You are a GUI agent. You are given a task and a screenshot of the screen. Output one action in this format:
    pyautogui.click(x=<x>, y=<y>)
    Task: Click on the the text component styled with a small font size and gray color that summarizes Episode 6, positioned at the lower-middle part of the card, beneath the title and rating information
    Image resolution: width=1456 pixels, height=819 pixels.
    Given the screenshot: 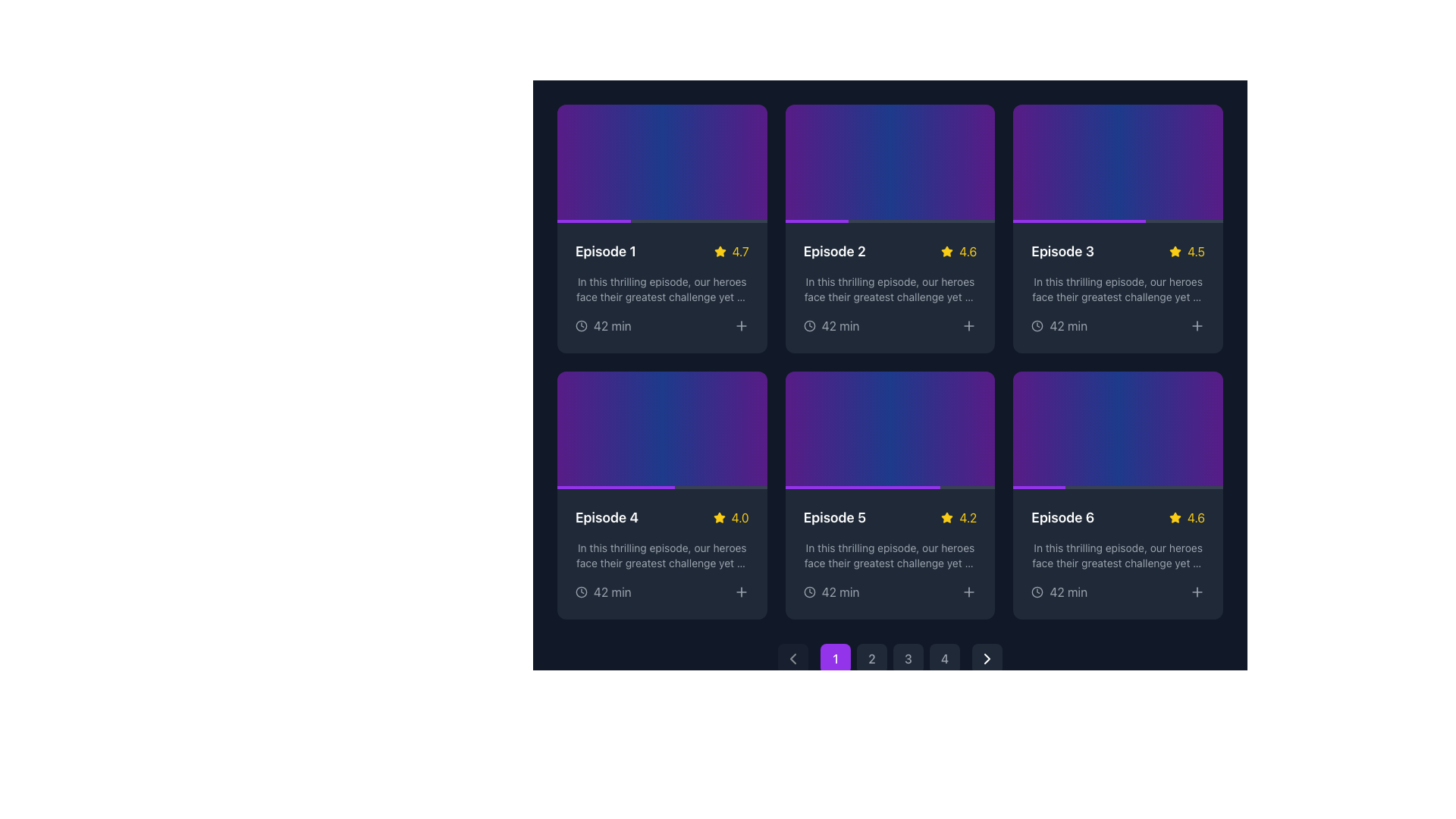 What is the action you would take?
    pyautogui.click(x=1118, y=556)
    